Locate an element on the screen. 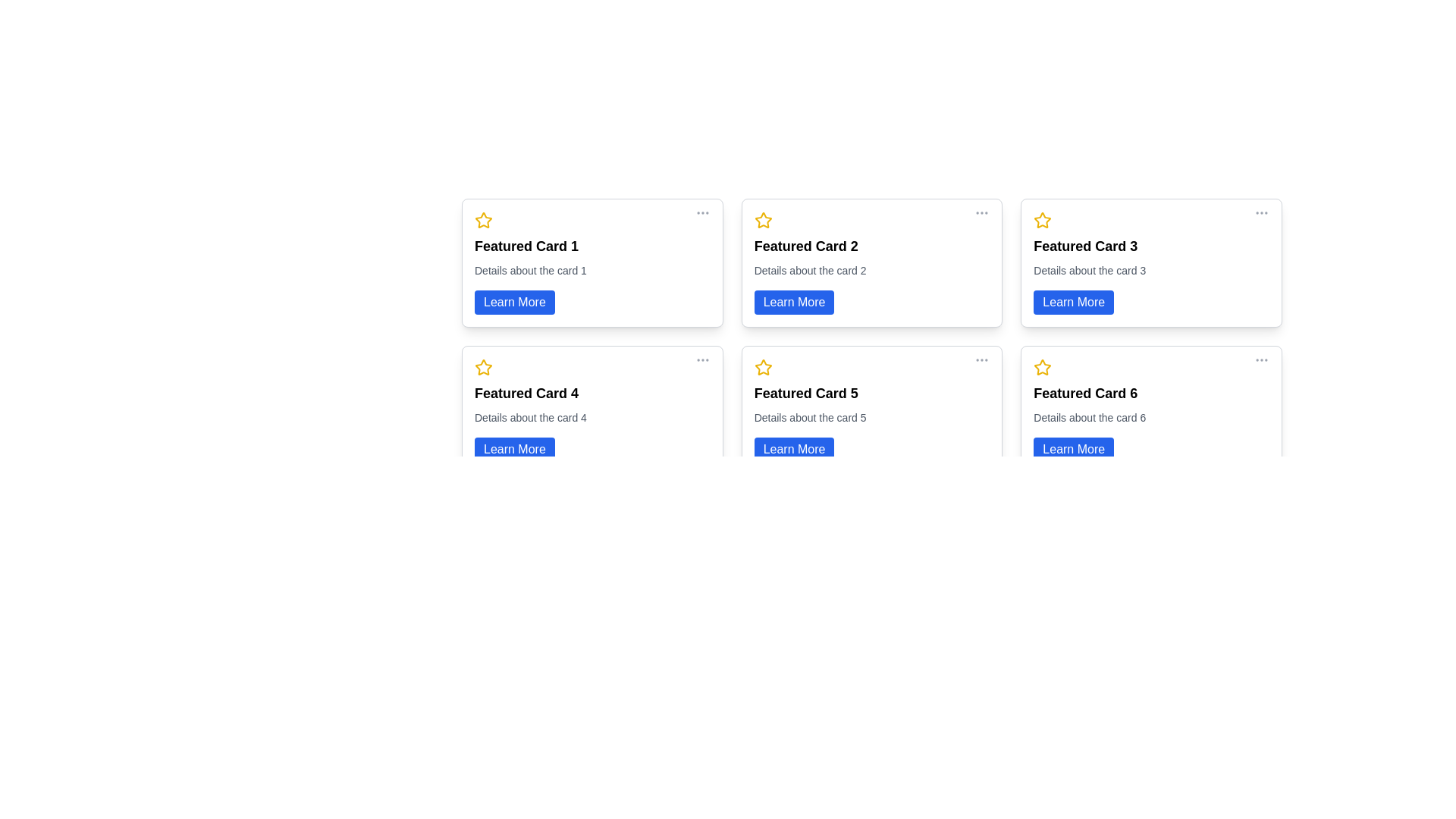 This screenshot has width=1456, height=819. the star icon at the top-left corner of the 'Featured Card 4', which serves as a visual indicator of the card's status is located at coordinates (483, 368).